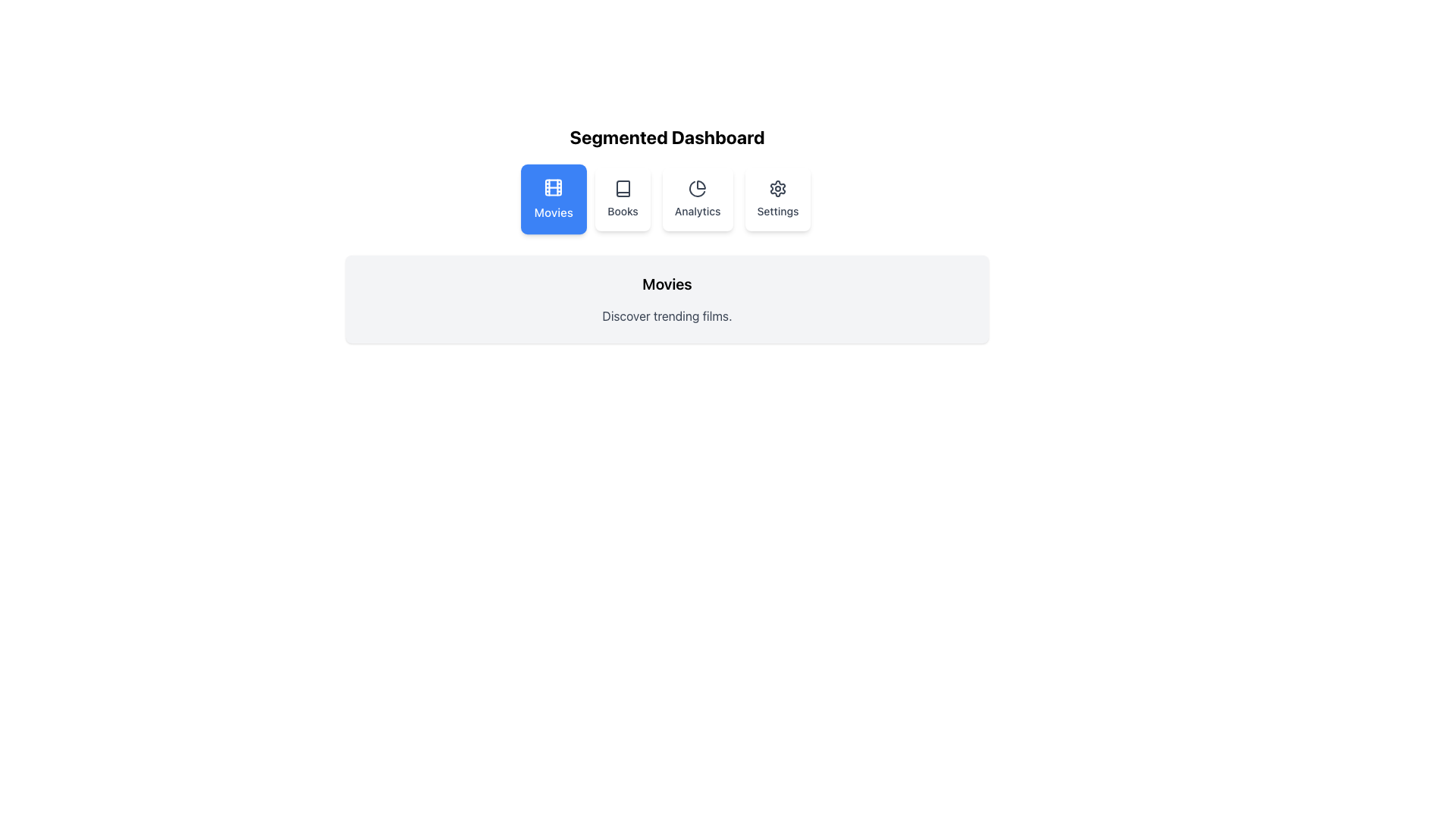 The height and width of the screenshot is (819, 1456). What do you see at coordinates (778, 198) in the screenshot?
I see `the 'Settings' button, which is the fourth card in a group of four cards` at bounding box center [778, 198].